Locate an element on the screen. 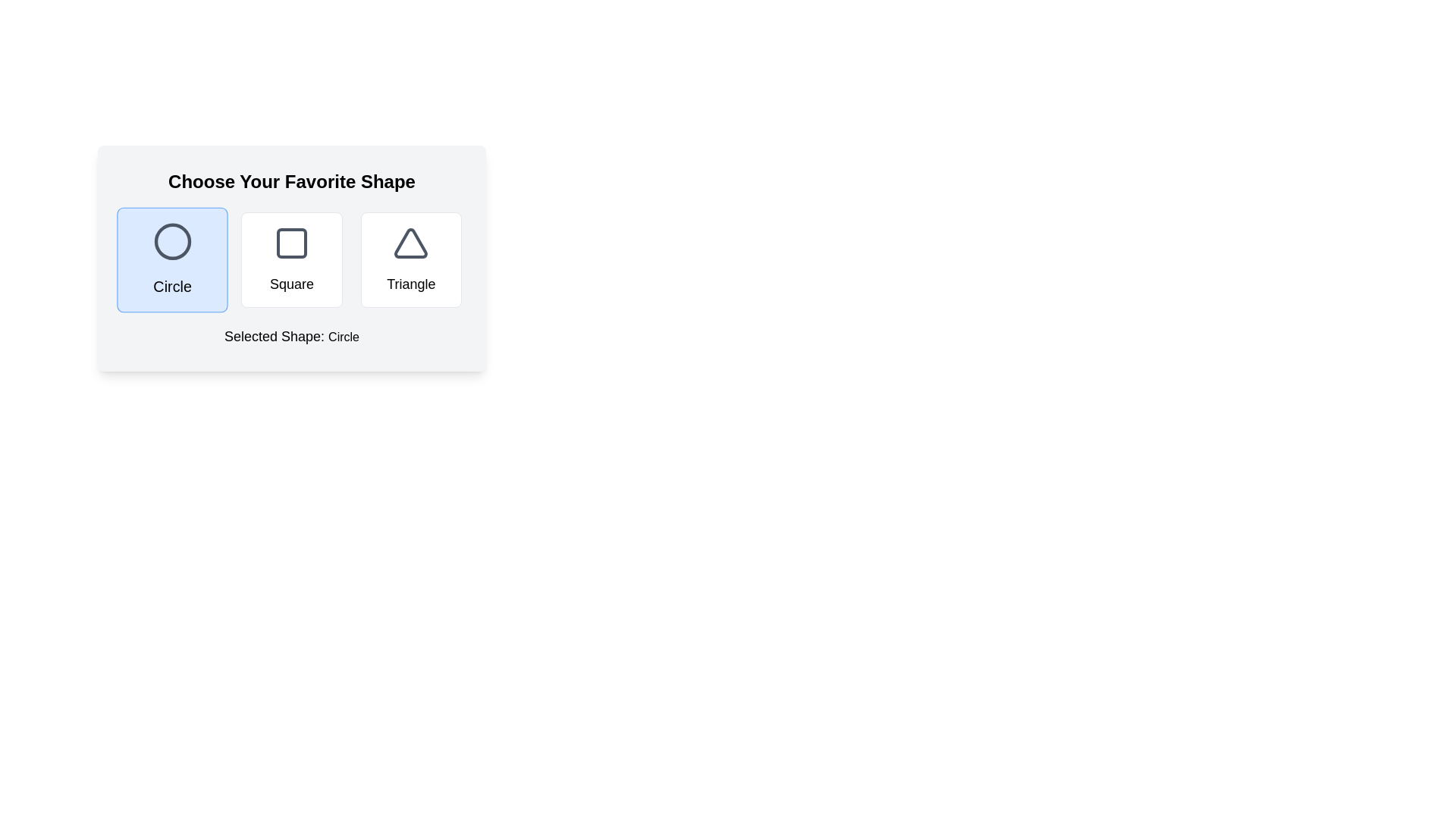 Image resolution: width=1456 pixels, height=819 pixels. the triangular icon with a rounded border in gray, which is the third icon within the button group labeled 'Triangle' is located at coordinates (411, 242).